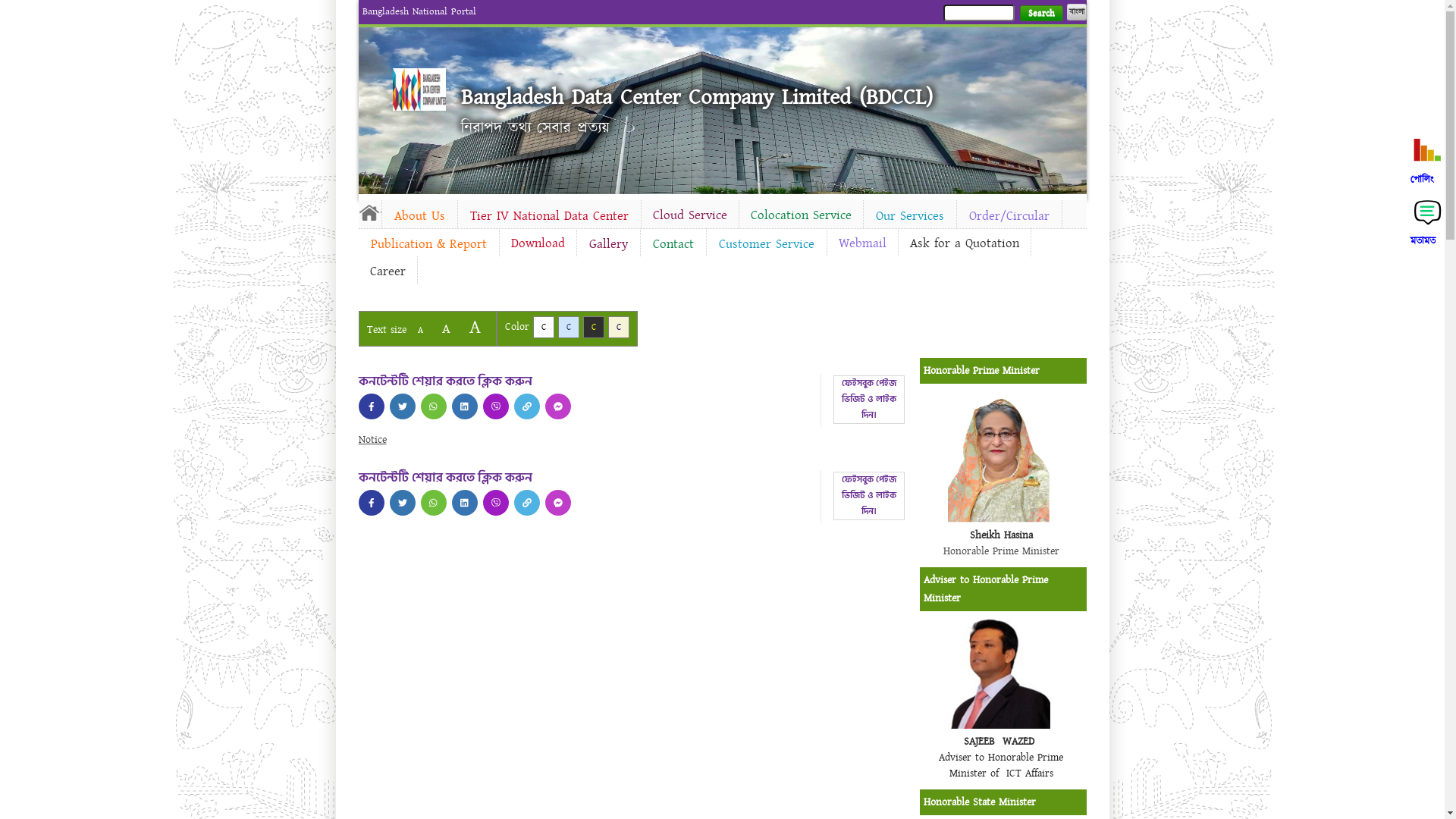 The image size is (1456, 819). I want to click on 'About Us', so click(382, 216).